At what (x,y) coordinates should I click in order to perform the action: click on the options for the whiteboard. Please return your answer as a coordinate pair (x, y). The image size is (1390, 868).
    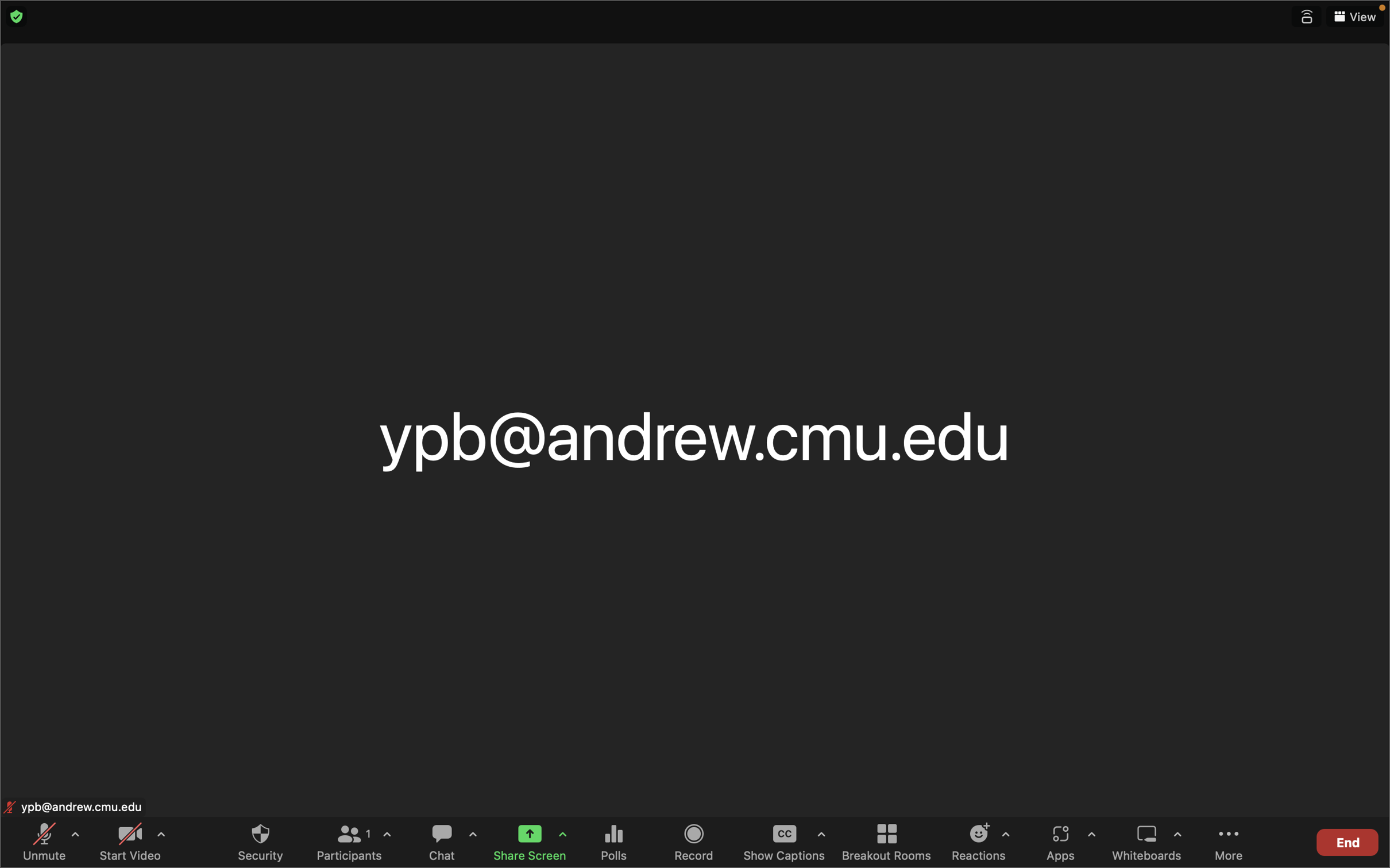
    Looking at the image, I should click on (1177, 842).